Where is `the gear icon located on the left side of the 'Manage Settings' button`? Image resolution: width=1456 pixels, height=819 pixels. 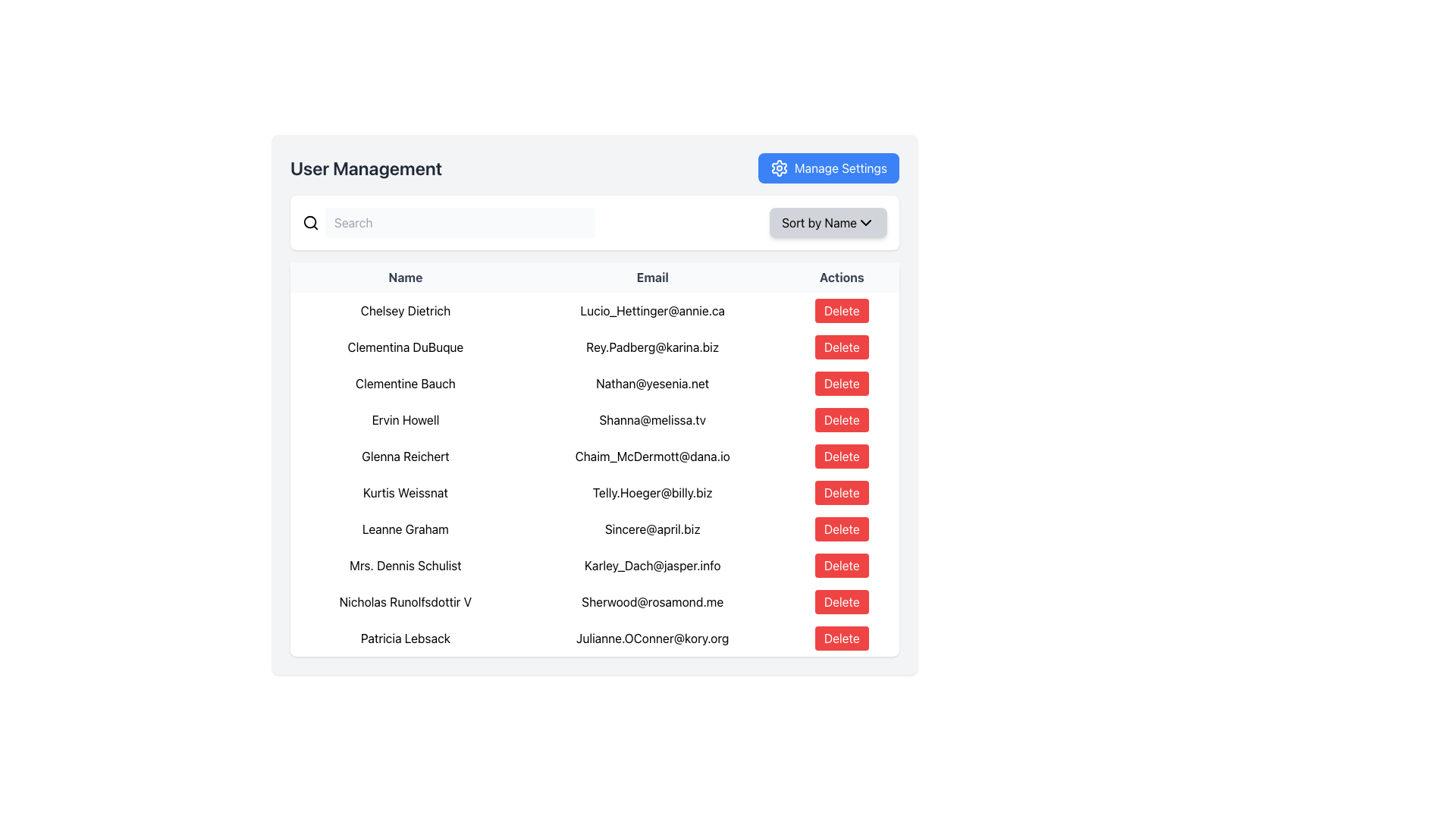
the gear icon located on the left side of the 'Manage Settings' button is located at coordinates (779, 168).